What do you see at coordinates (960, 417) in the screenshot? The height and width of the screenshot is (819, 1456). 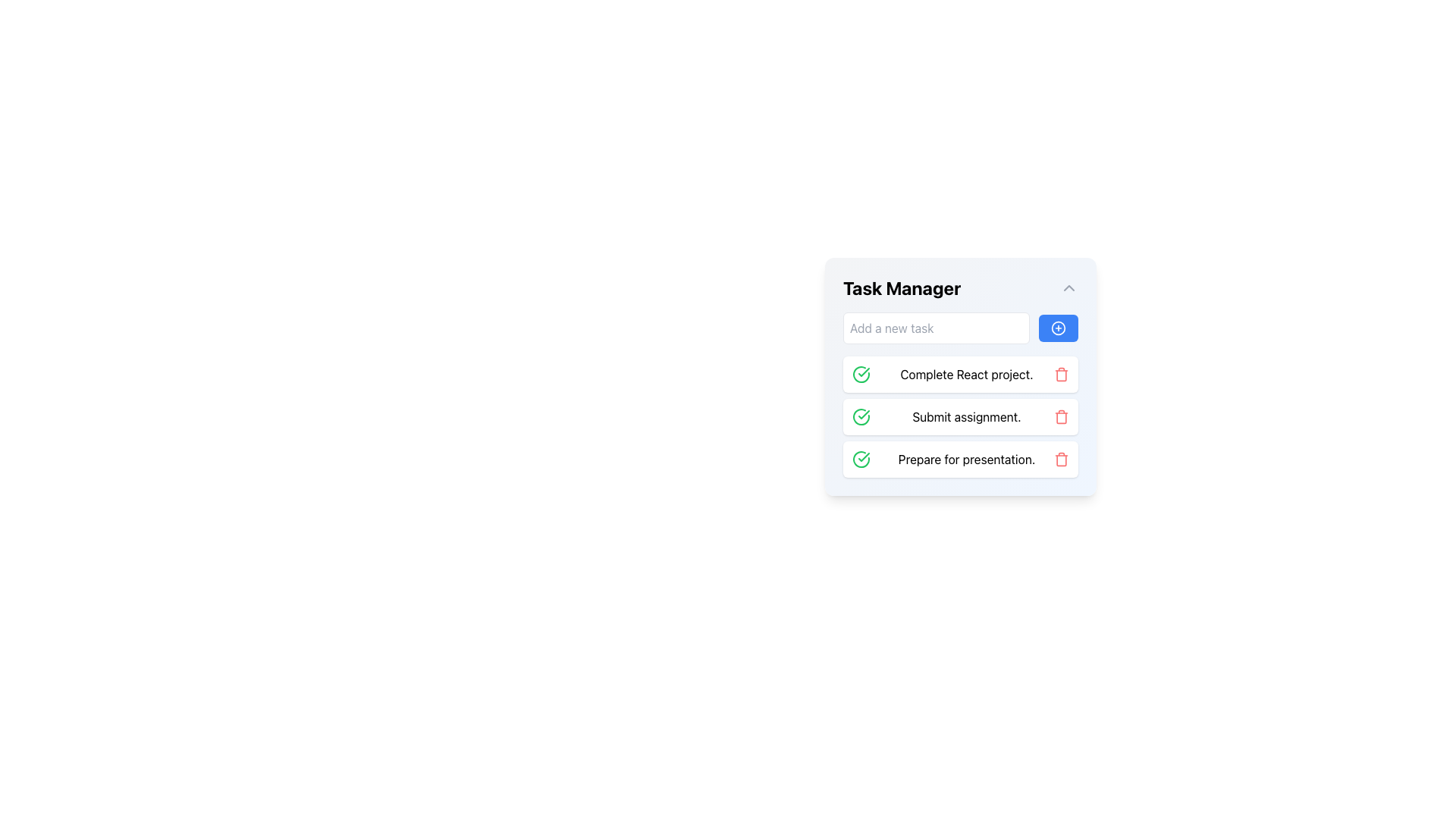 I see `the green check mark icon in the 'Submit assignment.' task component to mark the task as completed` at bounding box center [960, 417].